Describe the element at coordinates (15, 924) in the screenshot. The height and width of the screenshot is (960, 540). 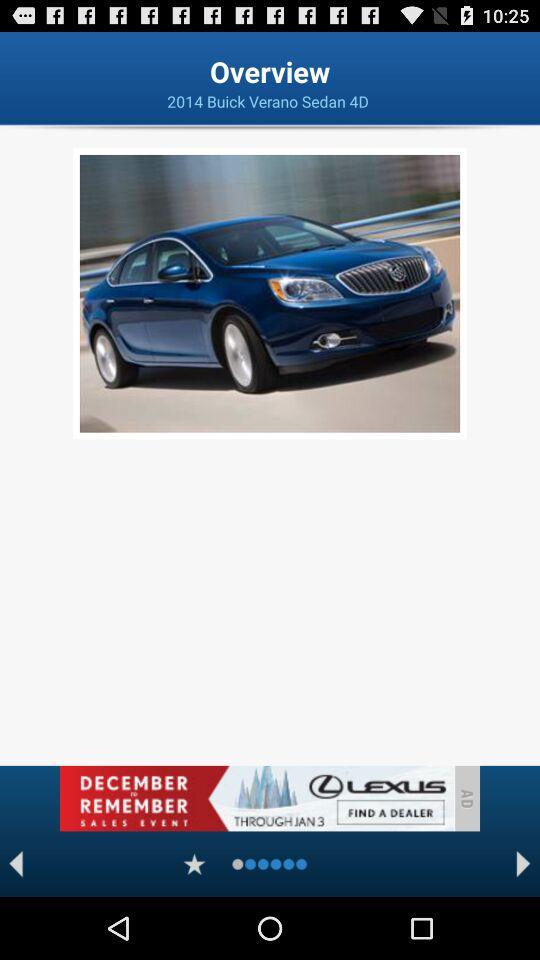
I see `the arrow_backward icon` at that location.